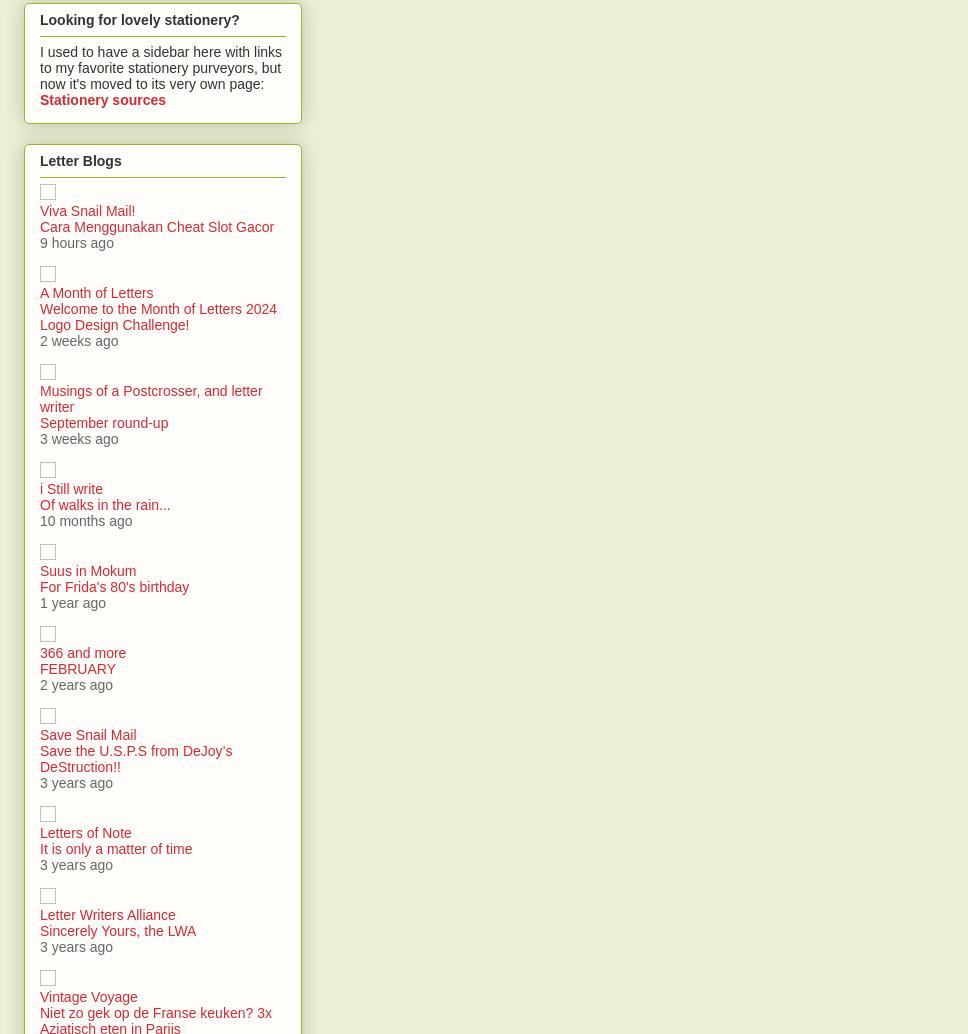  Describe the element at coordinates (114, 587) in the screenshot. I see `'For Frida's 80's birthday'` at that location.